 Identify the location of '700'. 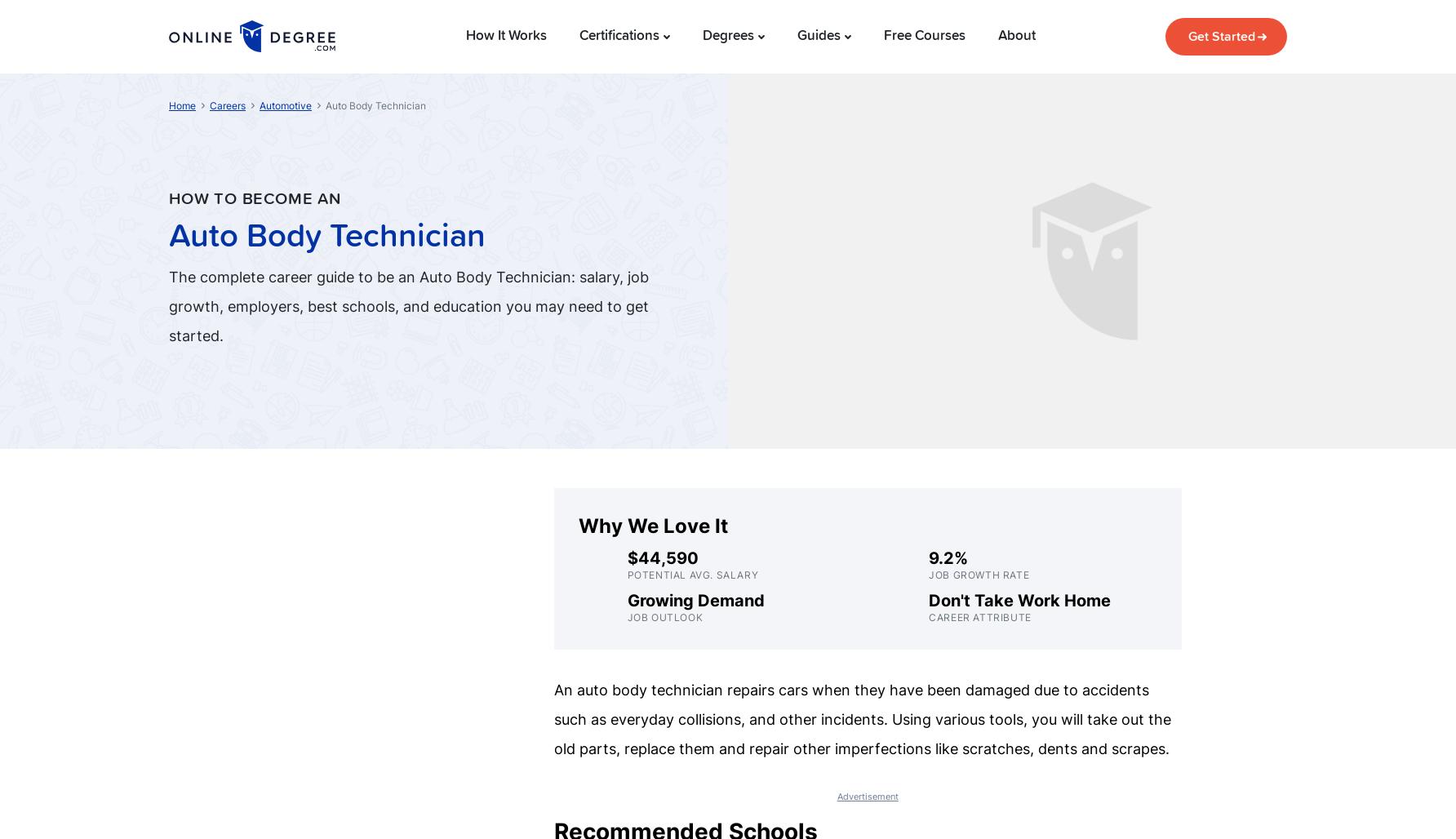
(1045, 63).